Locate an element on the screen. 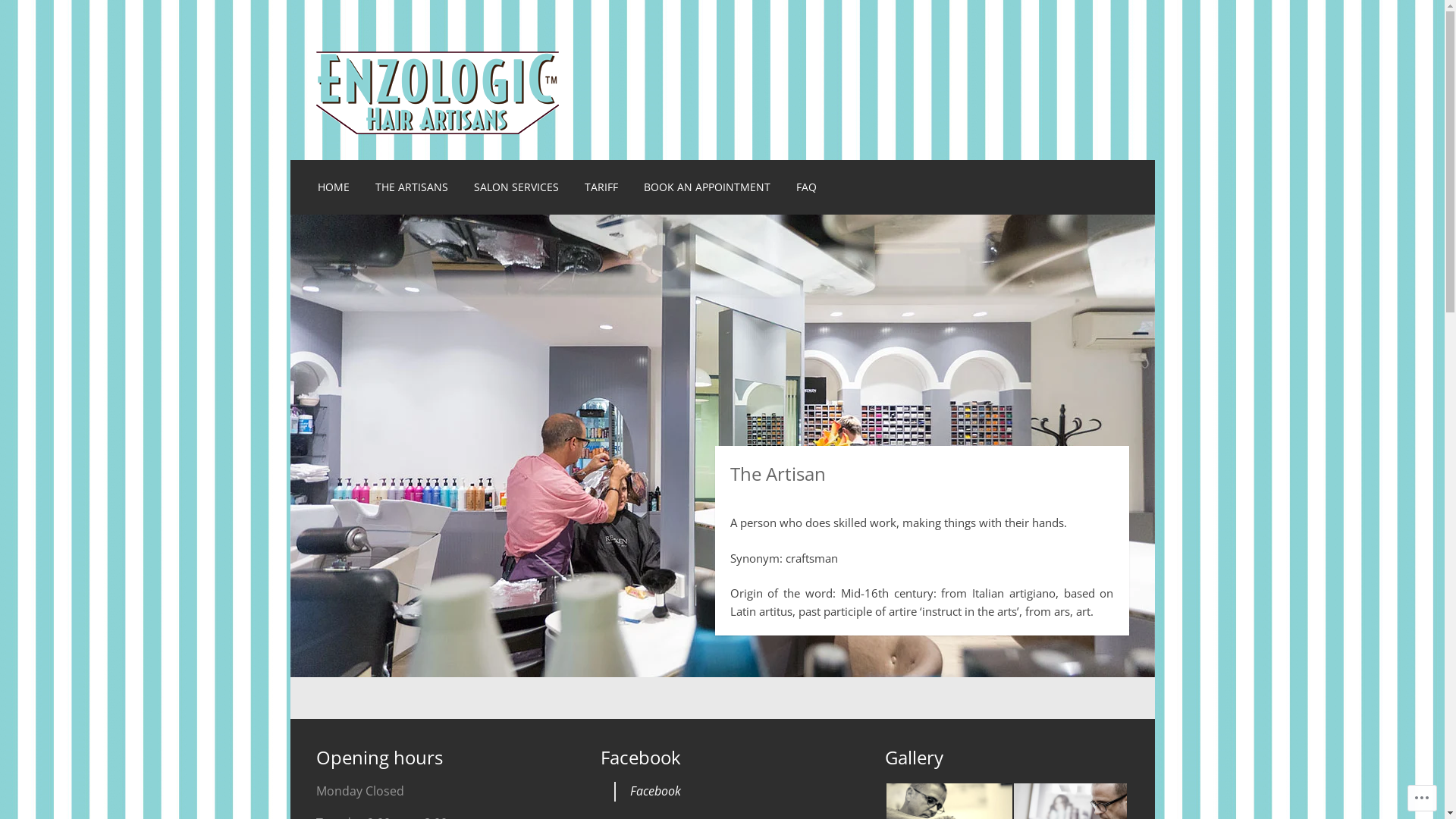 The image size is (1456, 819). 'SALON SERVICES' is located at coordinates (516, 186).